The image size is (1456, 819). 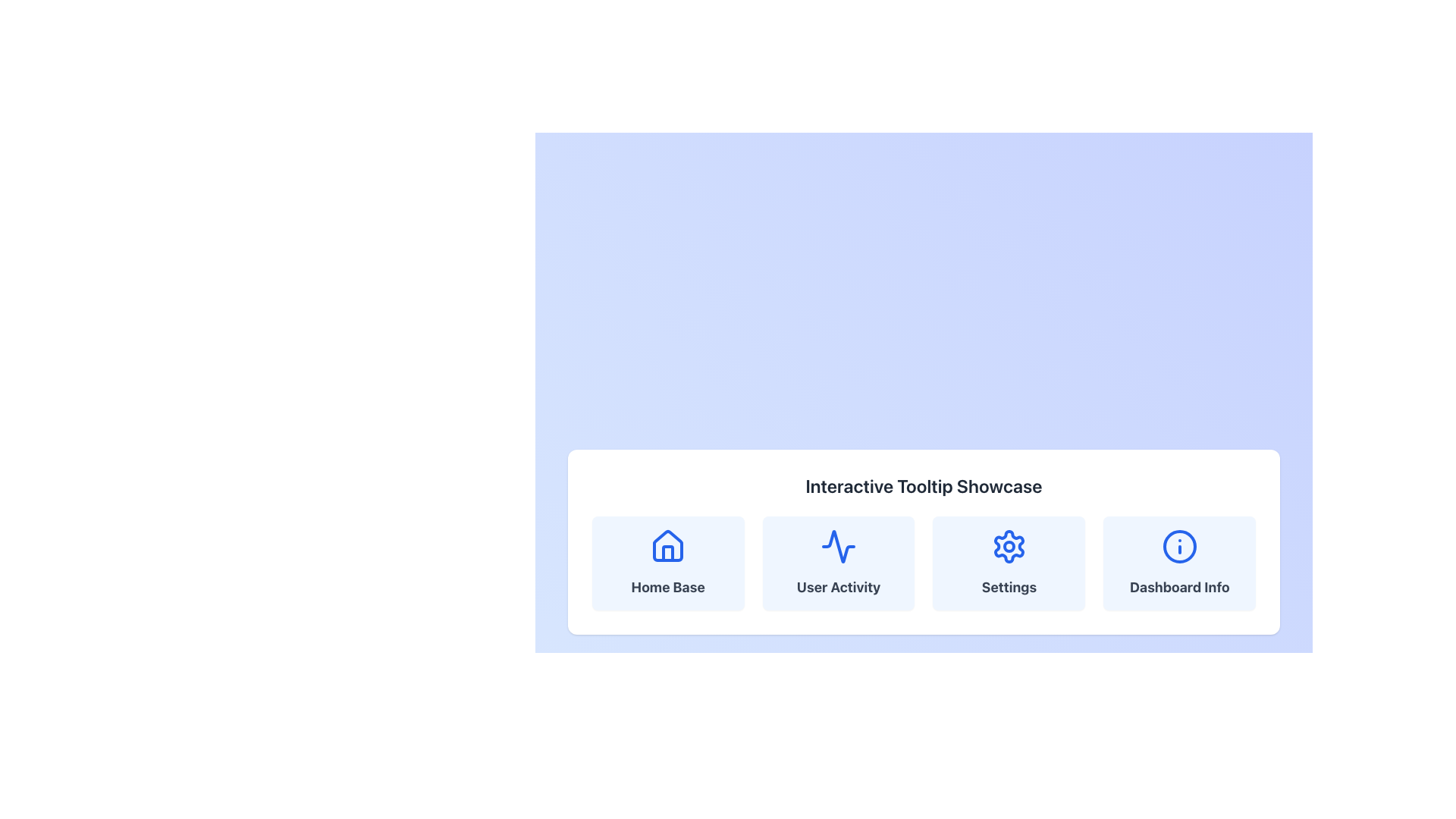 I want to click on the 'Settings' text label which is displayed in bold dark gray font within the third interactive card from the left, located centrally in the lower part of the interface, so click(x=1009, y=587).